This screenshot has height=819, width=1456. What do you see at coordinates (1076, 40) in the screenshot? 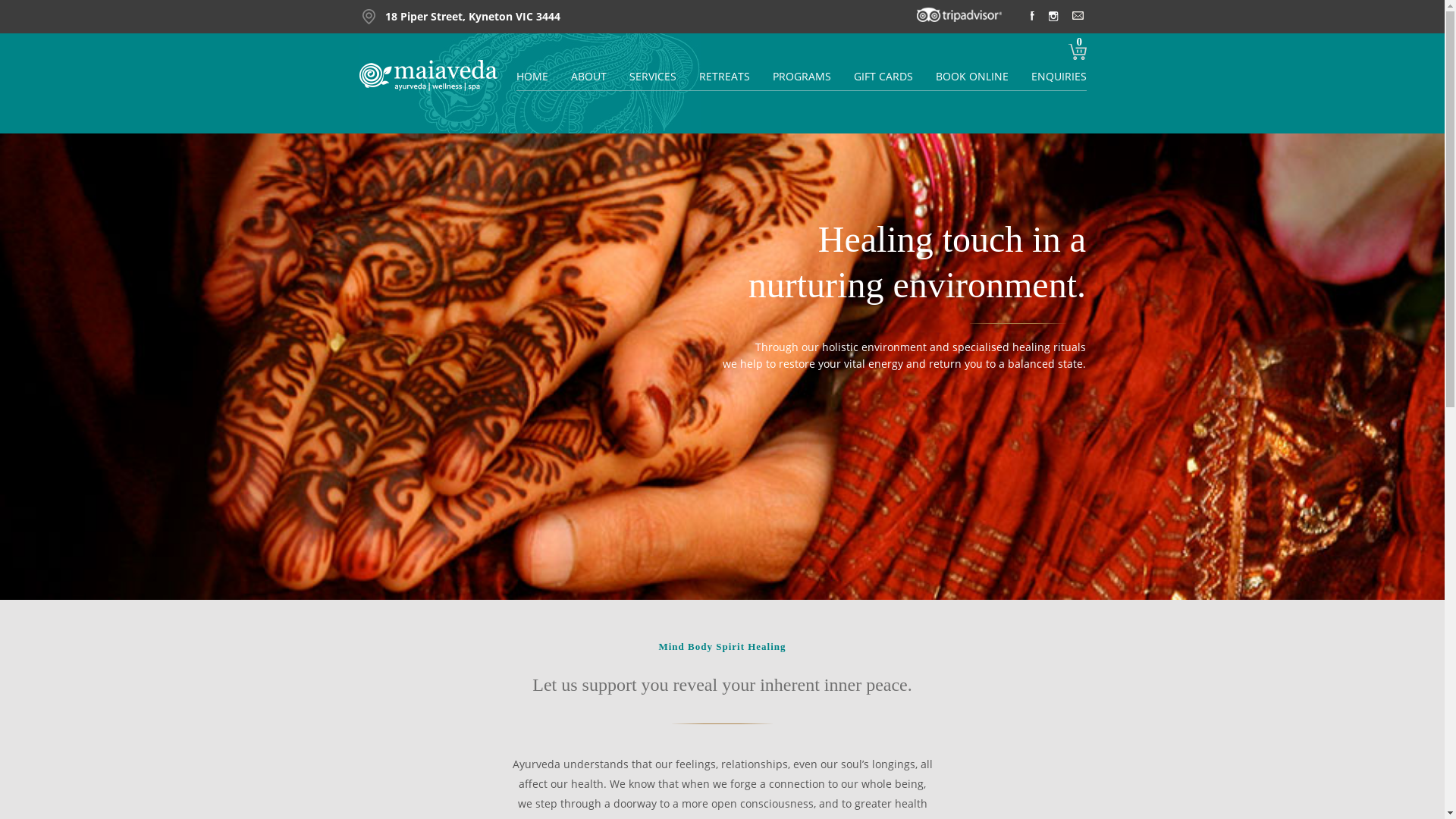
I see `'0'` at bounding box center [1076, 40].